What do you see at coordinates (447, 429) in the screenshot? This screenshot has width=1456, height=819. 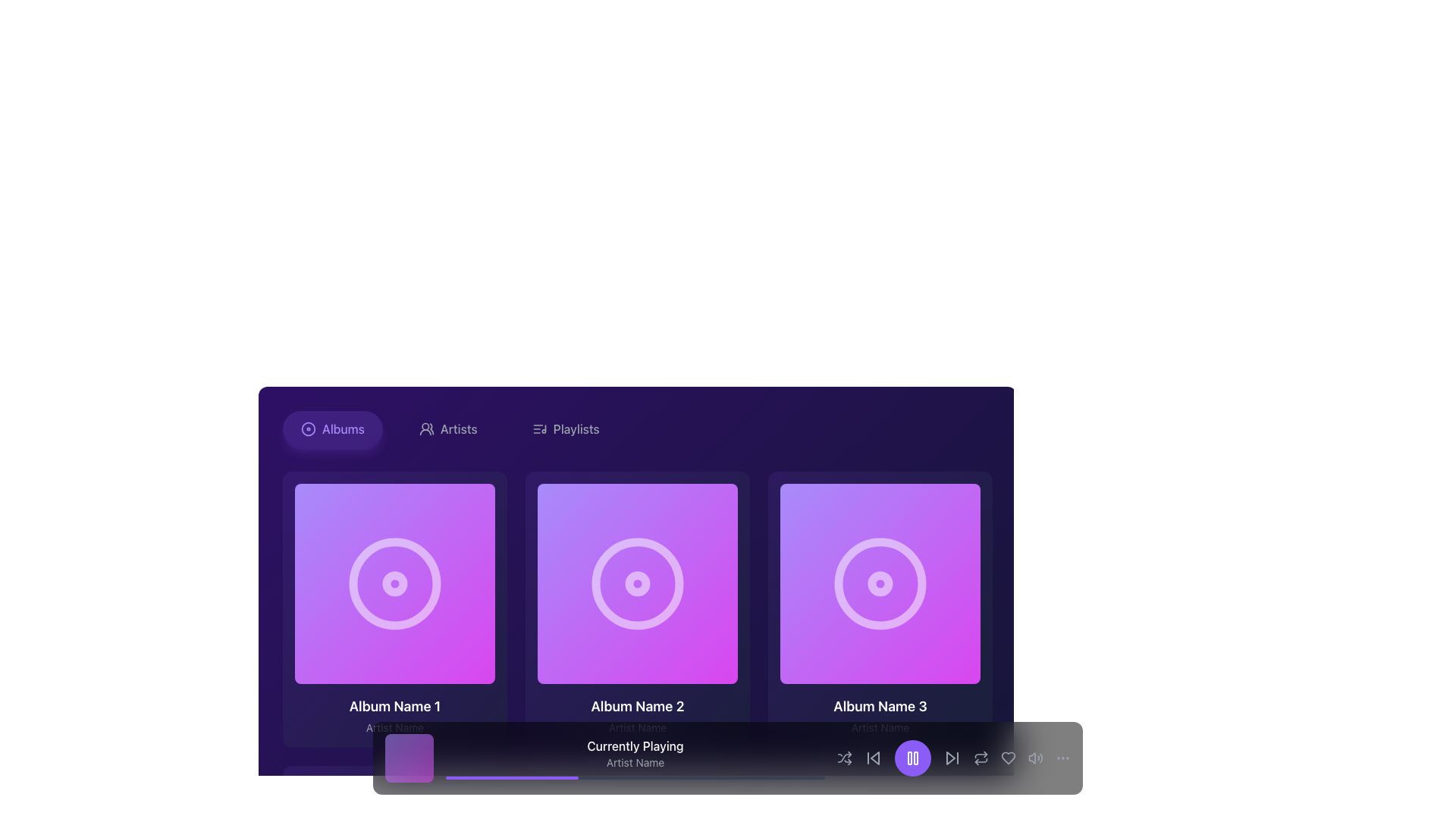 I see `the 'Artists' navigation button located between the 'Albums' and 'Playlists' buttons in the top navigation bar` at bounding box center [447, 429].